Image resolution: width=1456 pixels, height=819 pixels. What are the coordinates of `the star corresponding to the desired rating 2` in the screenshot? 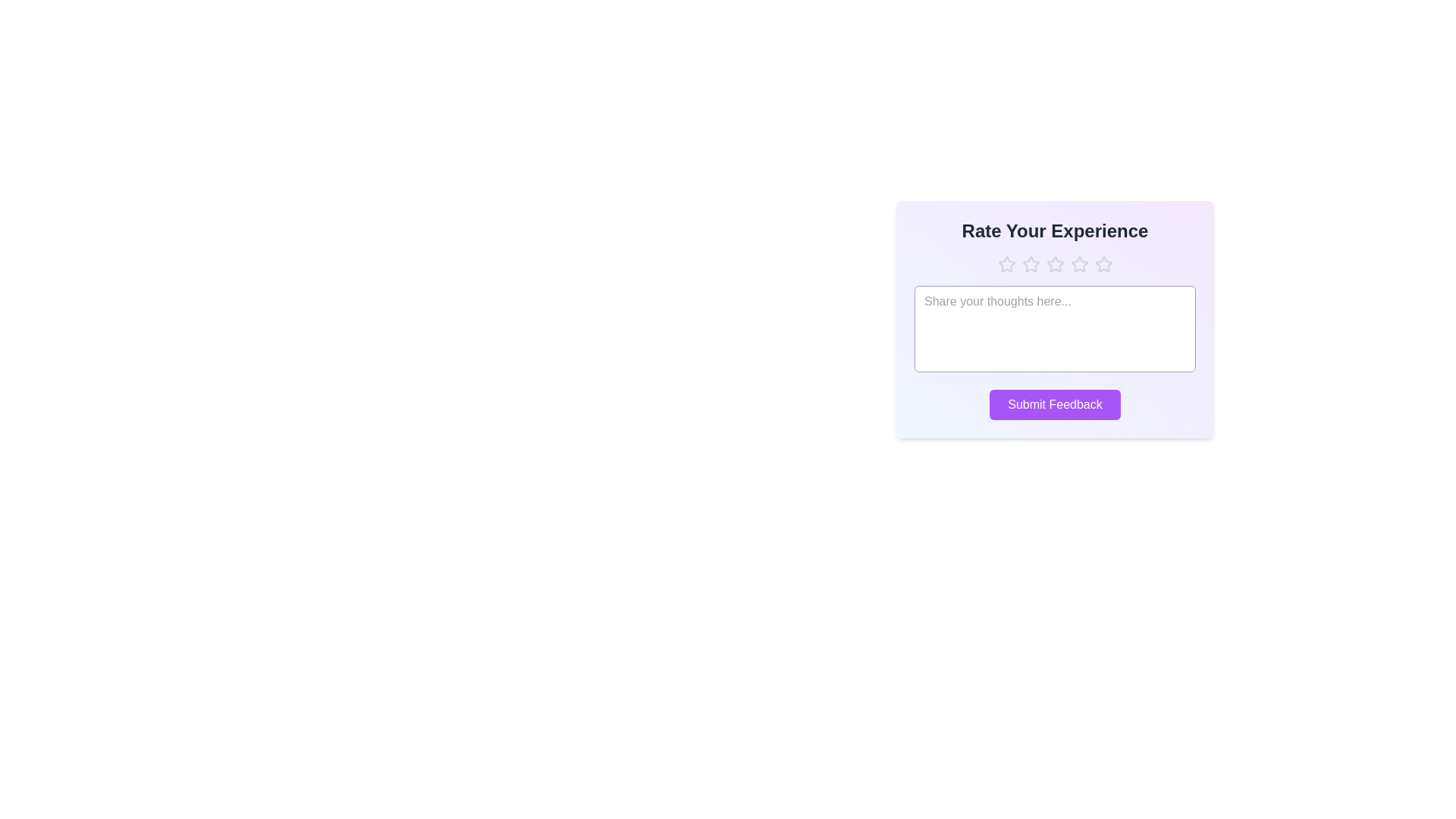 It's located at (1031, 263).